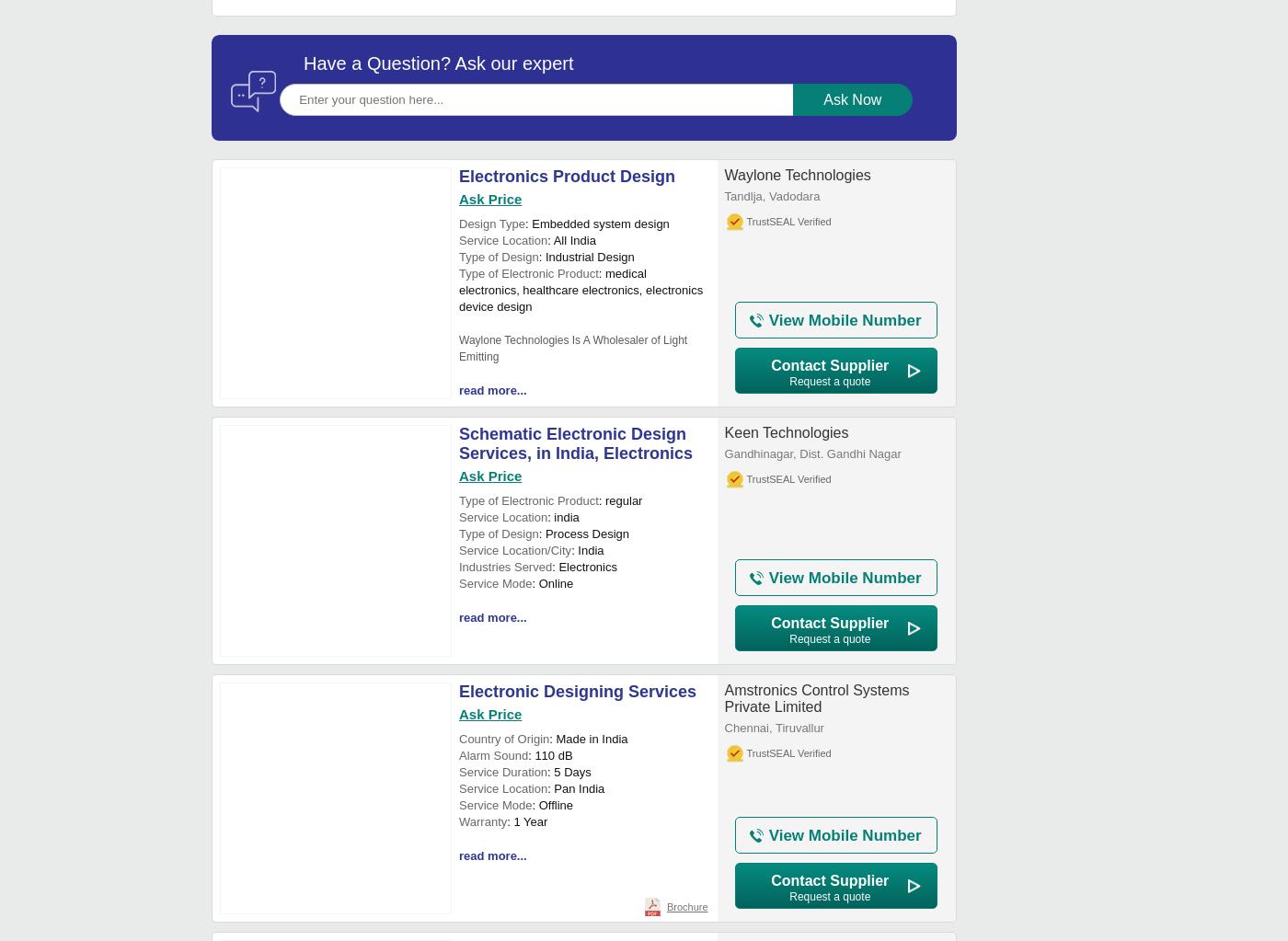 The width and height of the screenshot is (1288, 941). What do you see at coordinates (772, 195) in the screenshot?
I see `'Tandlja, Vadodara'` at bounding box center [772, 195].